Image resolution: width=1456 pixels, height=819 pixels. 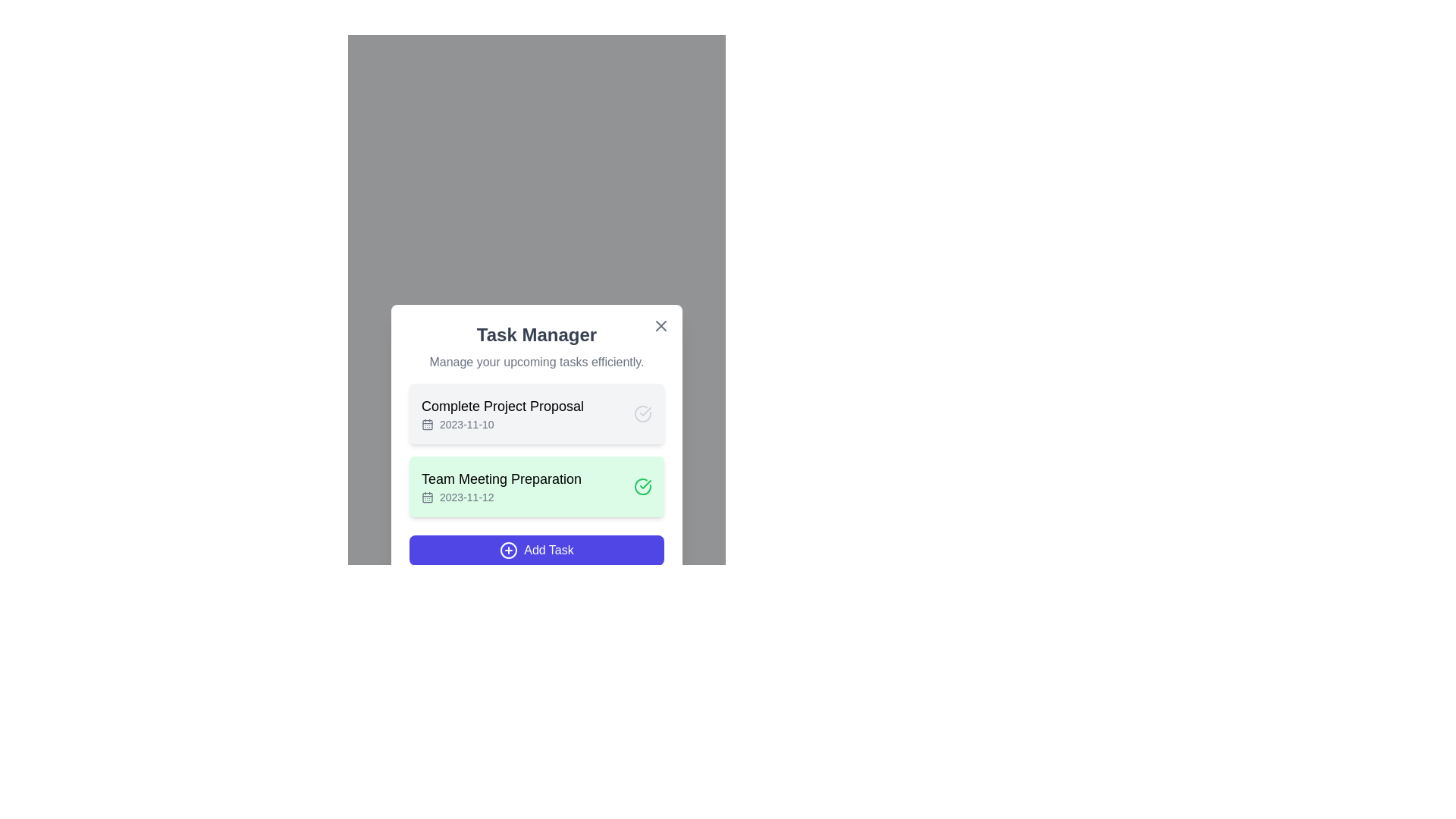 What do you see at coordinates (501, 486) in the screenshot?
I see `the list item displaying 'Team Meeting Preparation' with the date '2023-11-12' and a calendar icon, located in the middle part of the task list under the 'Task Manager' section` at bounding box center [501, 486].